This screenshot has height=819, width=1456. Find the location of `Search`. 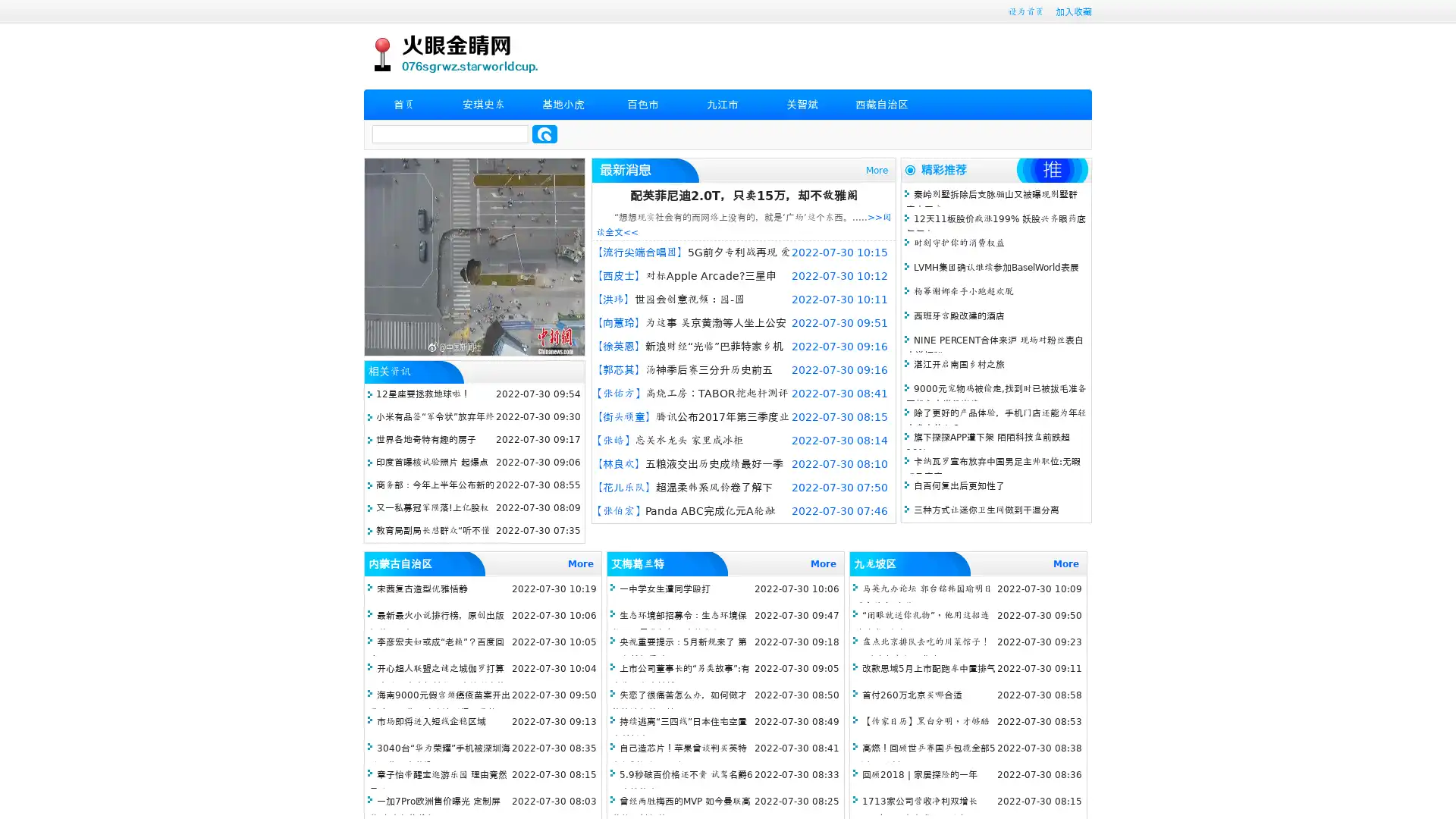

Search is located at coordinates (544, 133).